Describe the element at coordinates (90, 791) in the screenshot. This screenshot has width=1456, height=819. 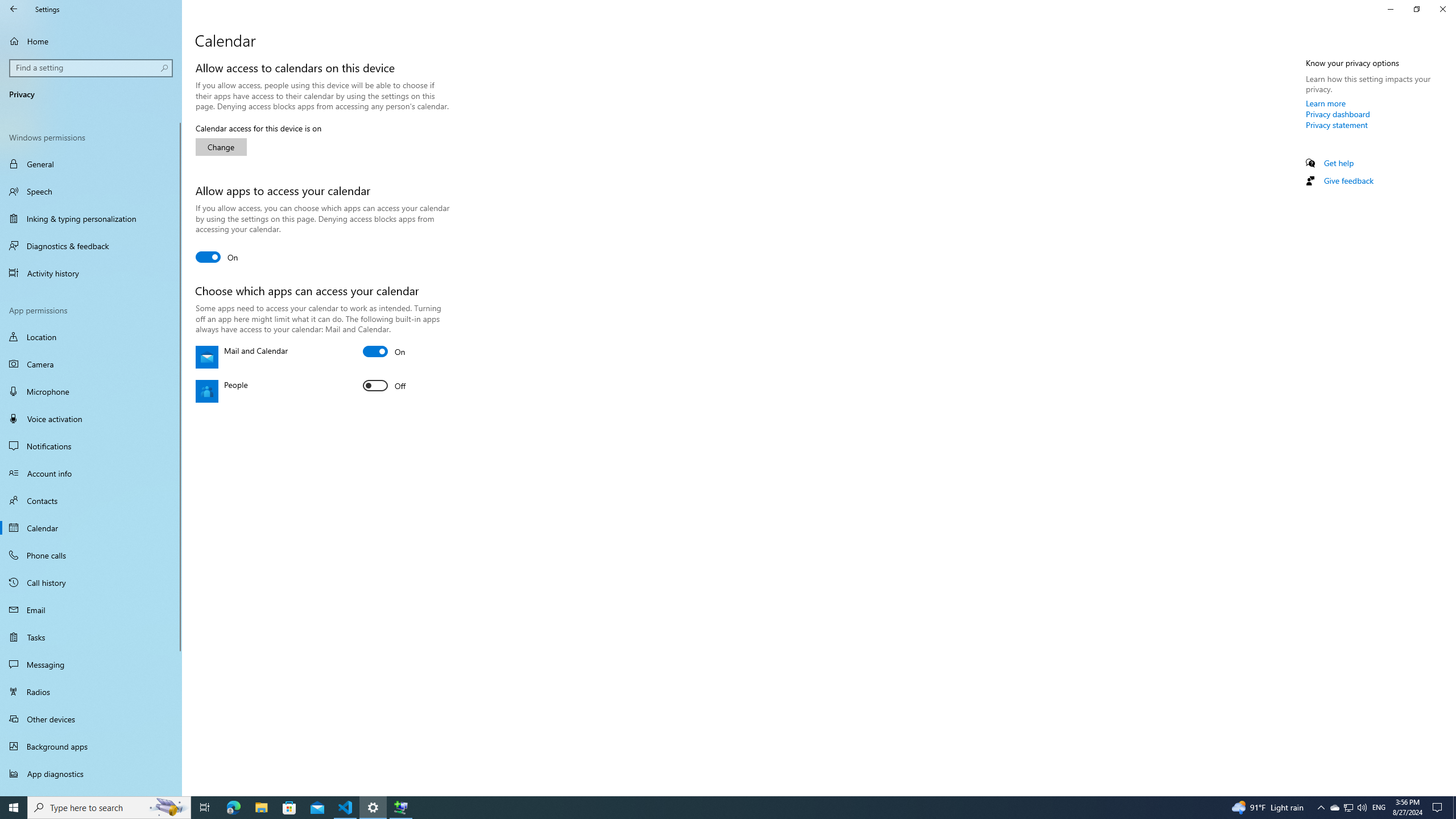
I see `'Automatic file downloads'` at that location.